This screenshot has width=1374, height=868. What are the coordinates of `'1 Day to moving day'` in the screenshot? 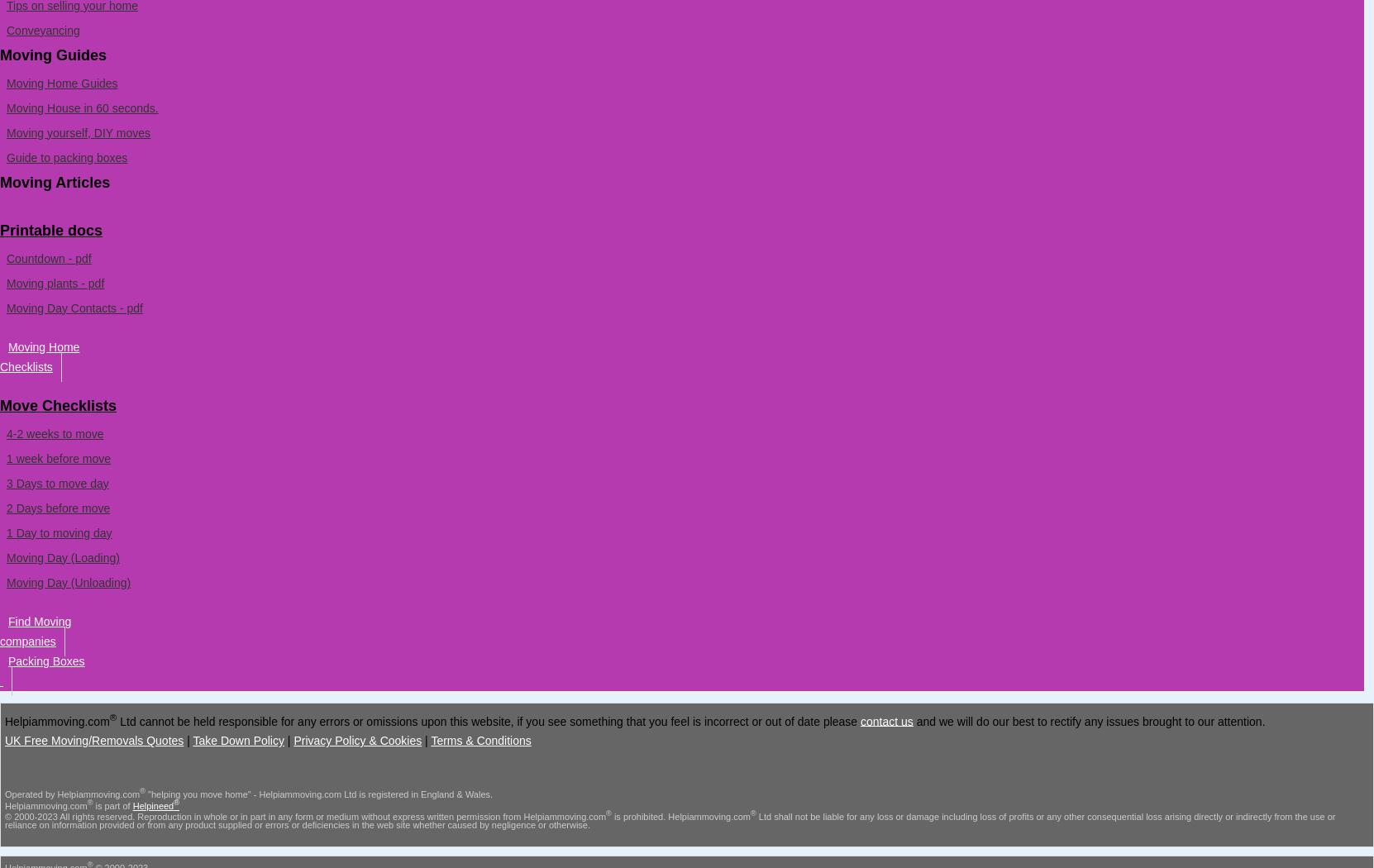 It's located at (58, 531).